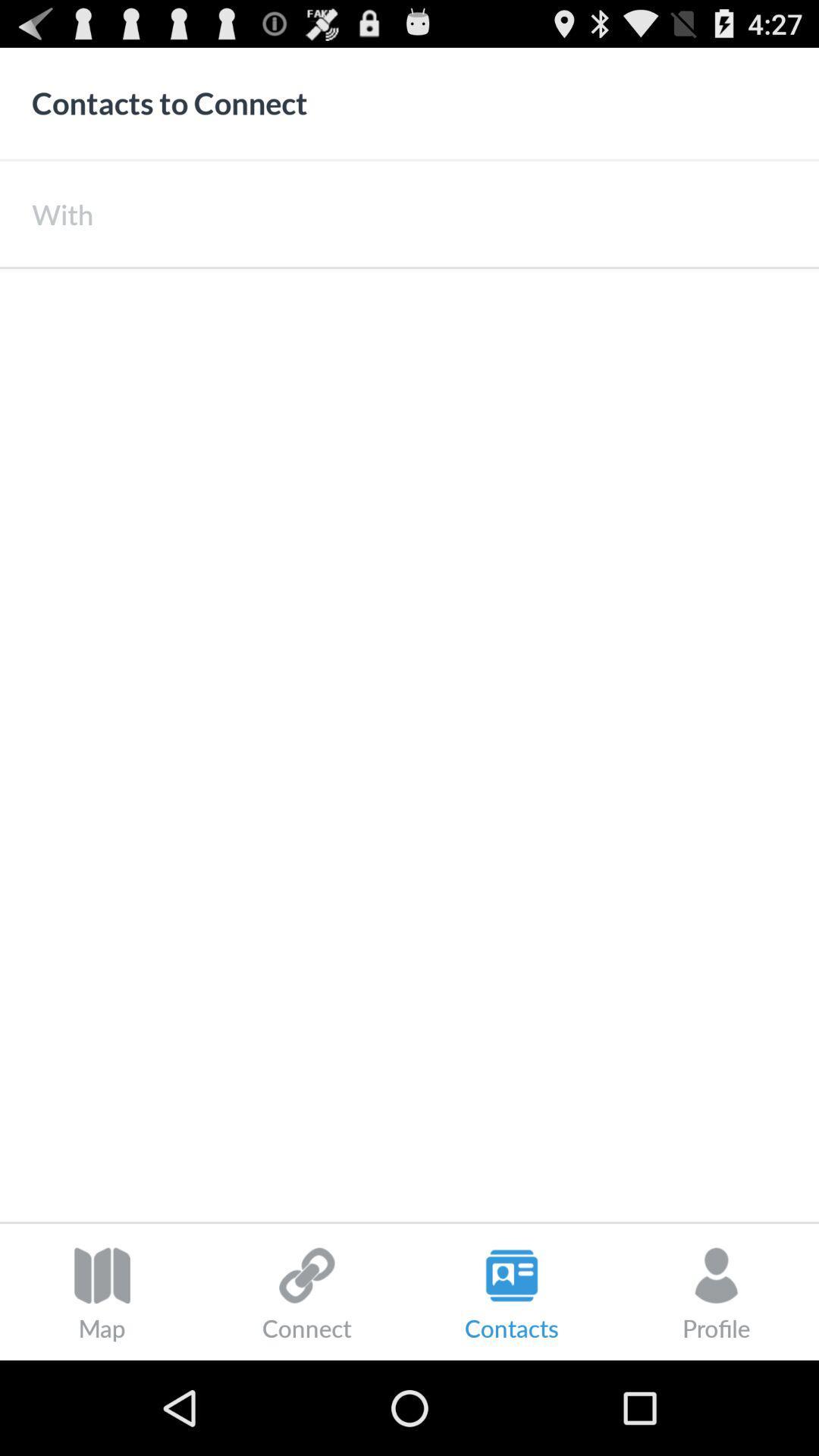  I want to click on see contact, so click(409, 745).